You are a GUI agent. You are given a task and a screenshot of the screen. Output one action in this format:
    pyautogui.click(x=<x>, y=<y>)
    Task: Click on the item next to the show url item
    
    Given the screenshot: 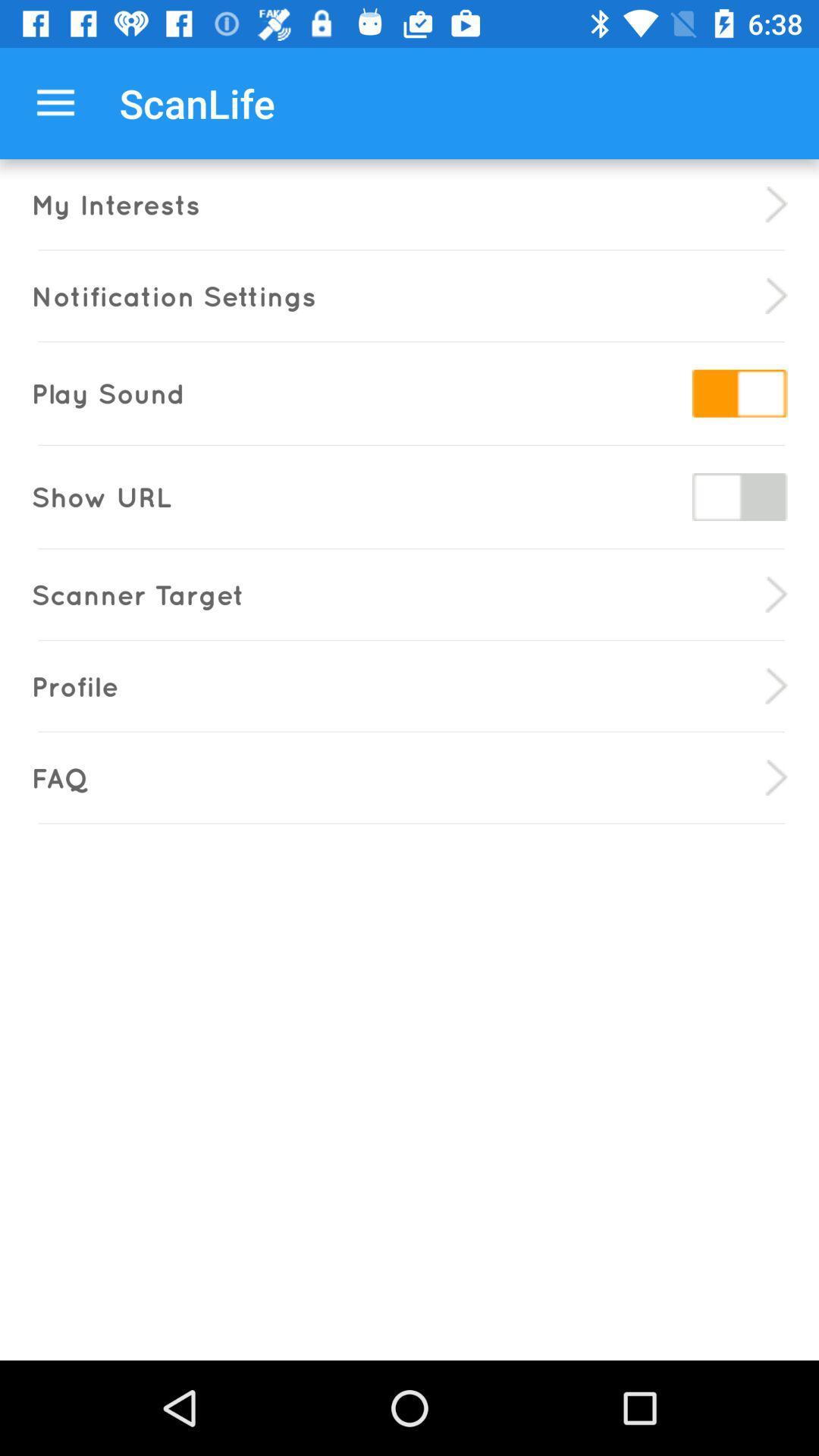 What is the action you would take?
    pyautogui.click(x=739, y=497)
    